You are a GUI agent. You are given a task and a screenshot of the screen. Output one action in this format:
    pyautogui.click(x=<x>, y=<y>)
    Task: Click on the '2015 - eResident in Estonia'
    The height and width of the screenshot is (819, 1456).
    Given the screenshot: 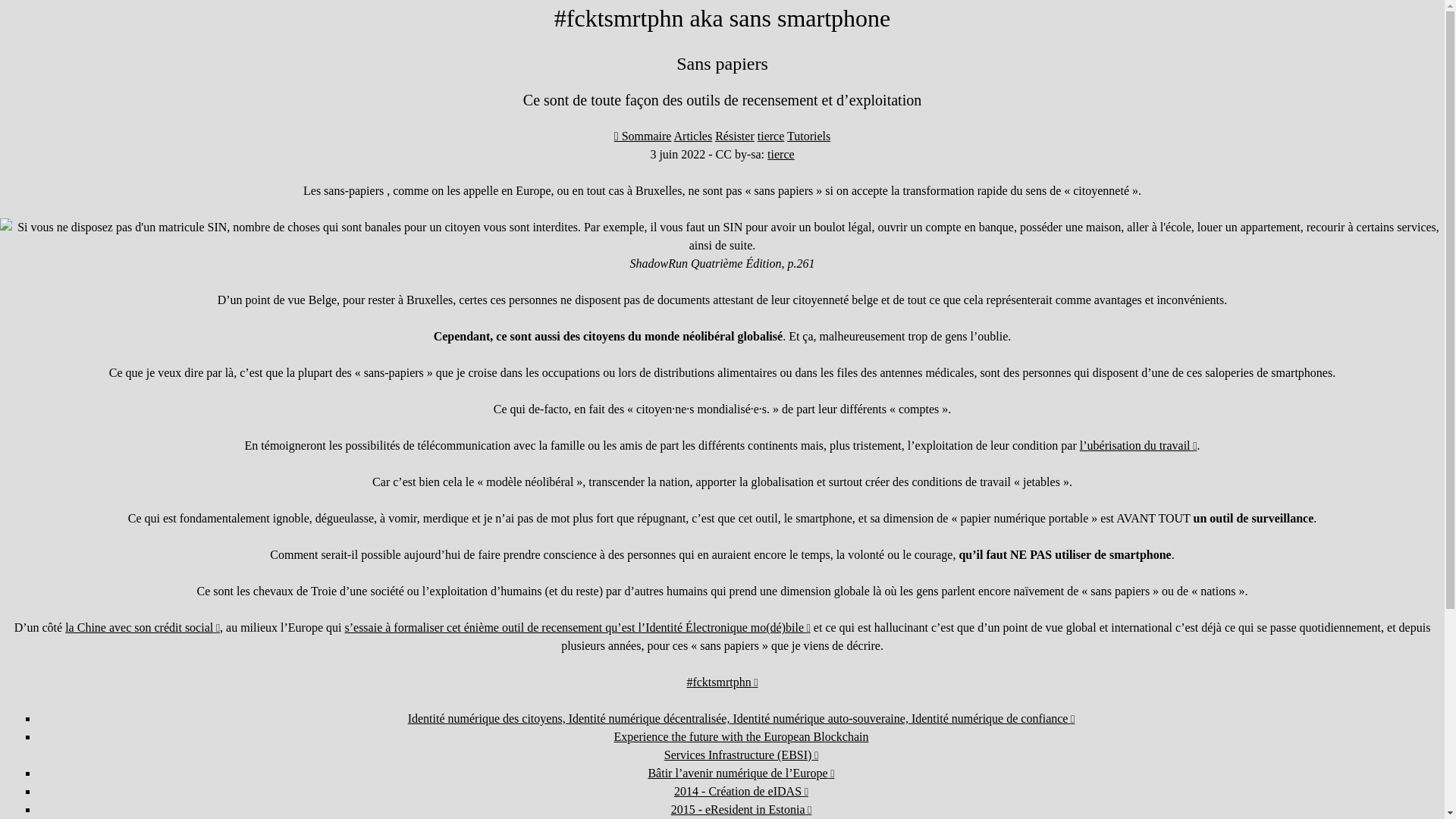 What is the action you would take?
    pyautogui.click(x=742, y=808)
    